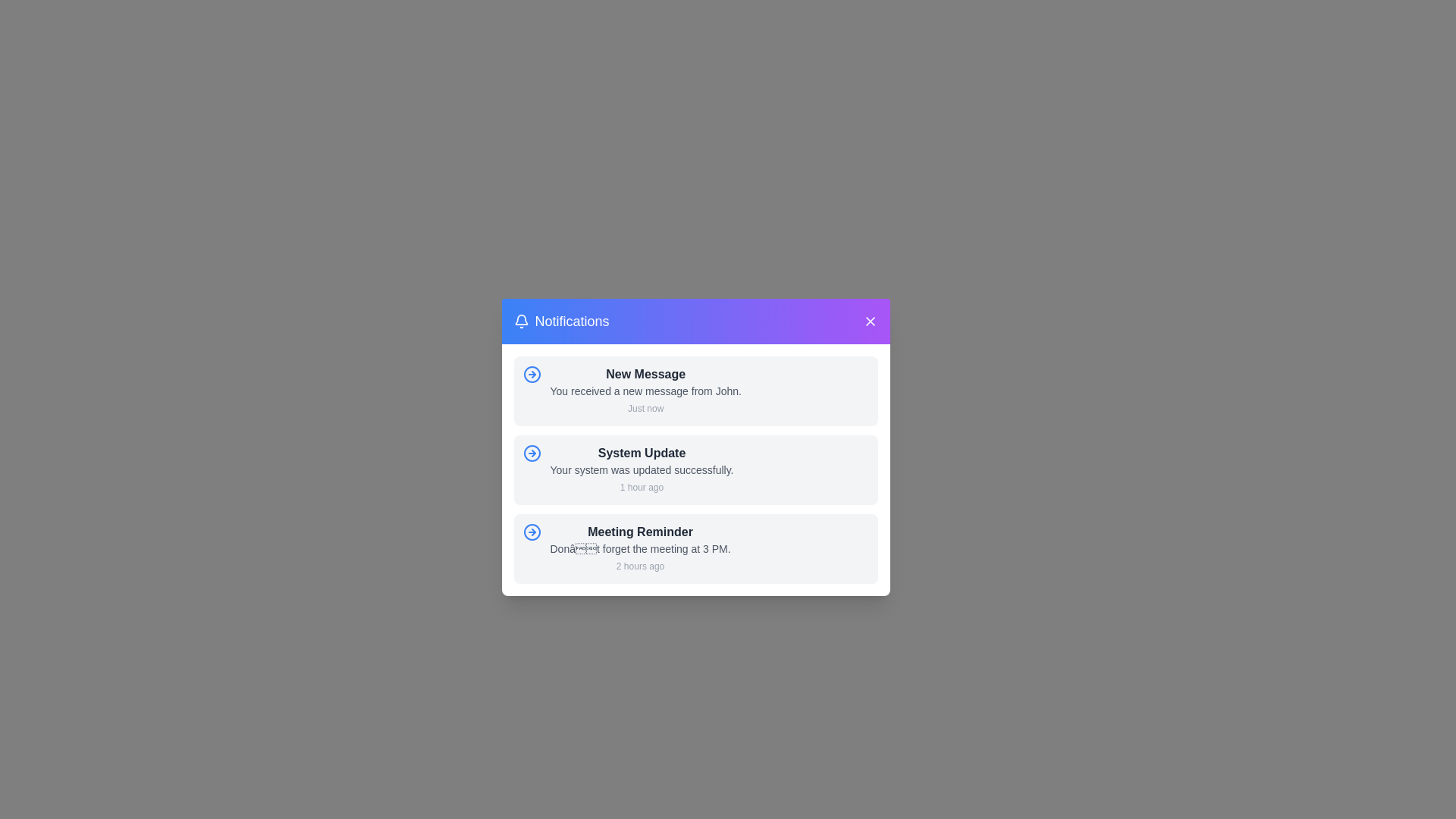 The height and width of the screenshot is (819, 1456). I want to click on the circular icon with a right-pointing arrow encased in a blue outline located in the 'Meeting Reminder' notification tile, so click(532, 532).